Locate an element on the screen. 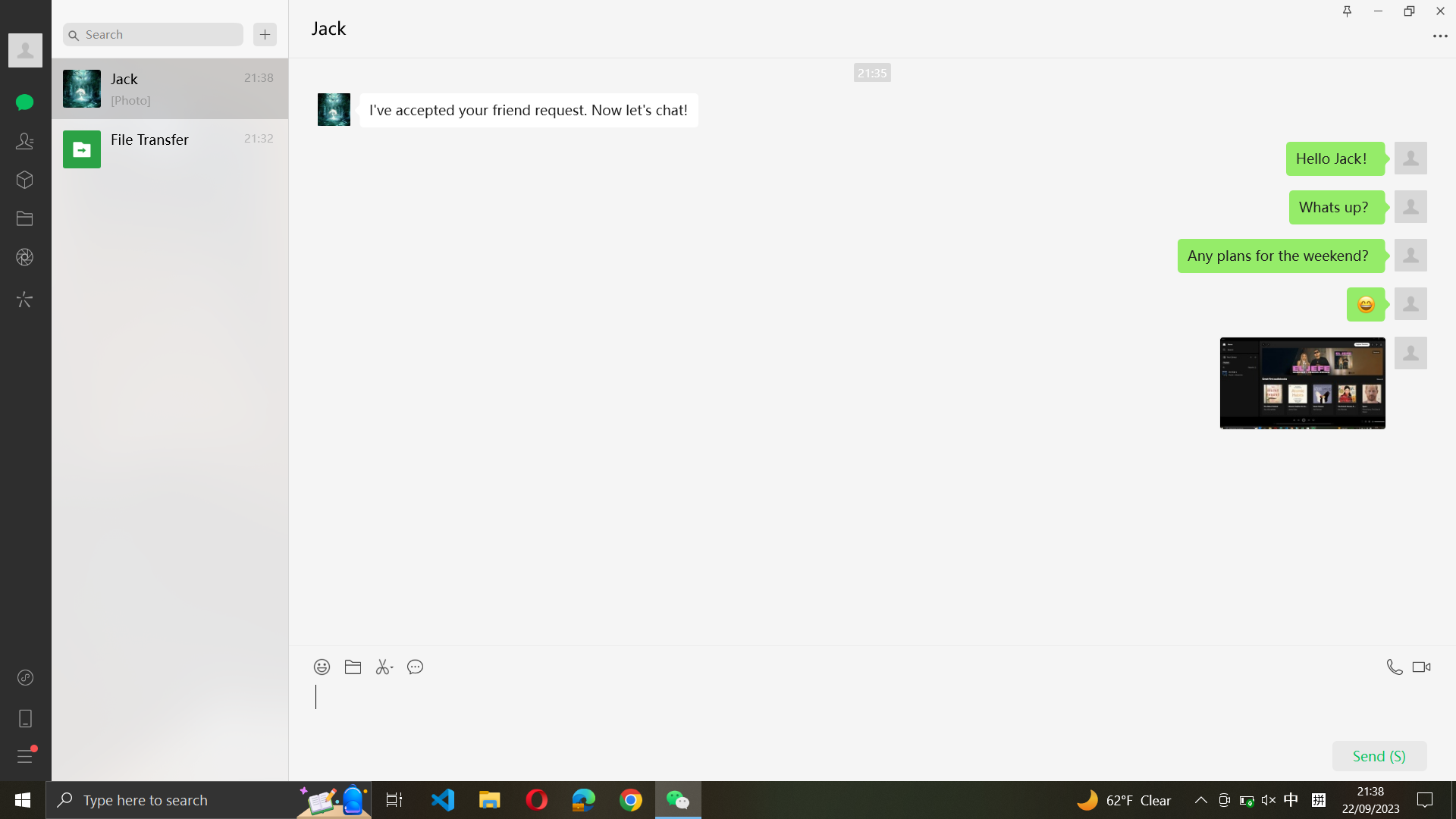  the chat records of Jack is located at coordinates (152, 33).